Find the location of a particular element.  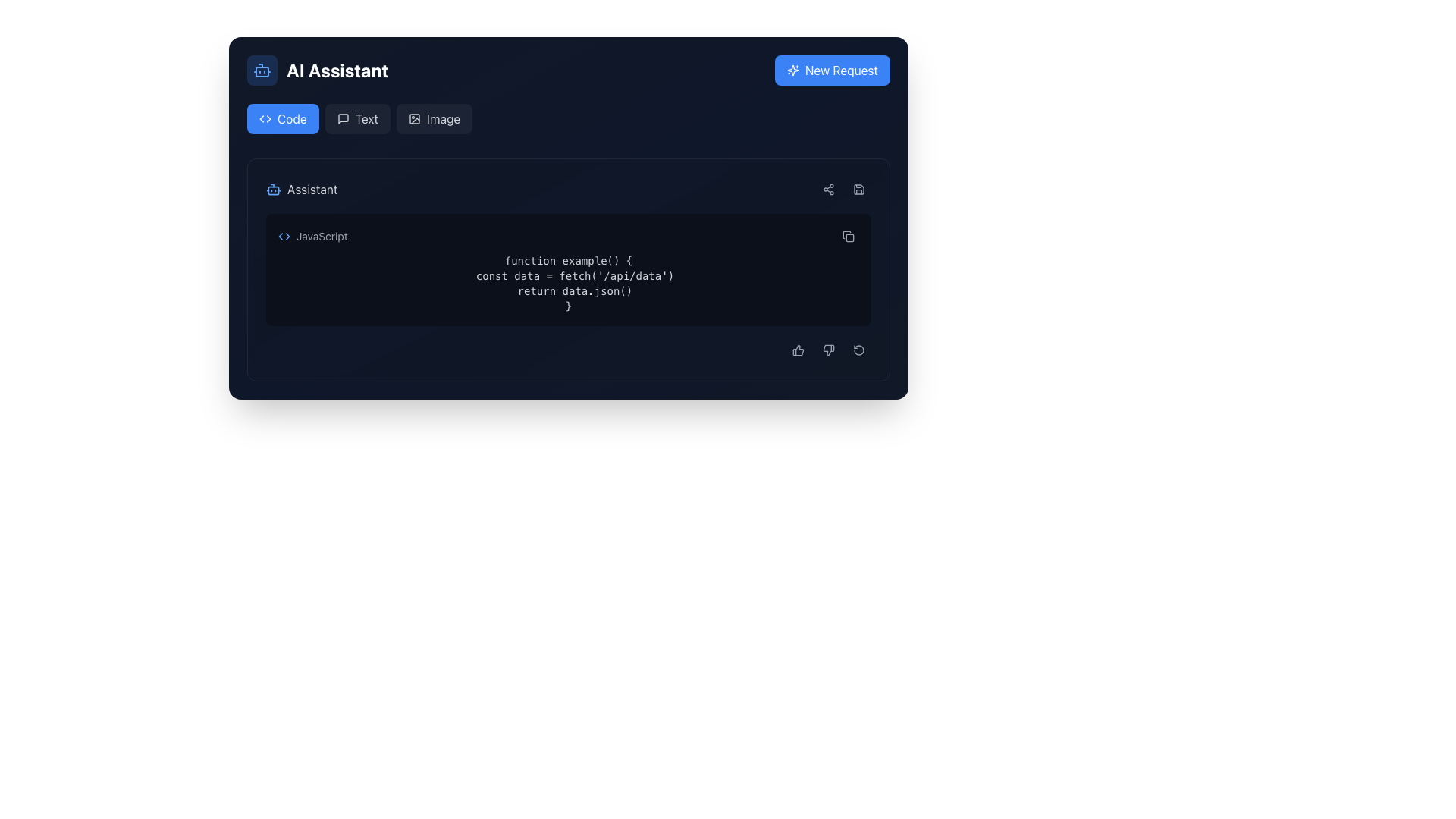

the save icon button located at the top-right corner of the code snippets section is located at coordinates (858, 189).